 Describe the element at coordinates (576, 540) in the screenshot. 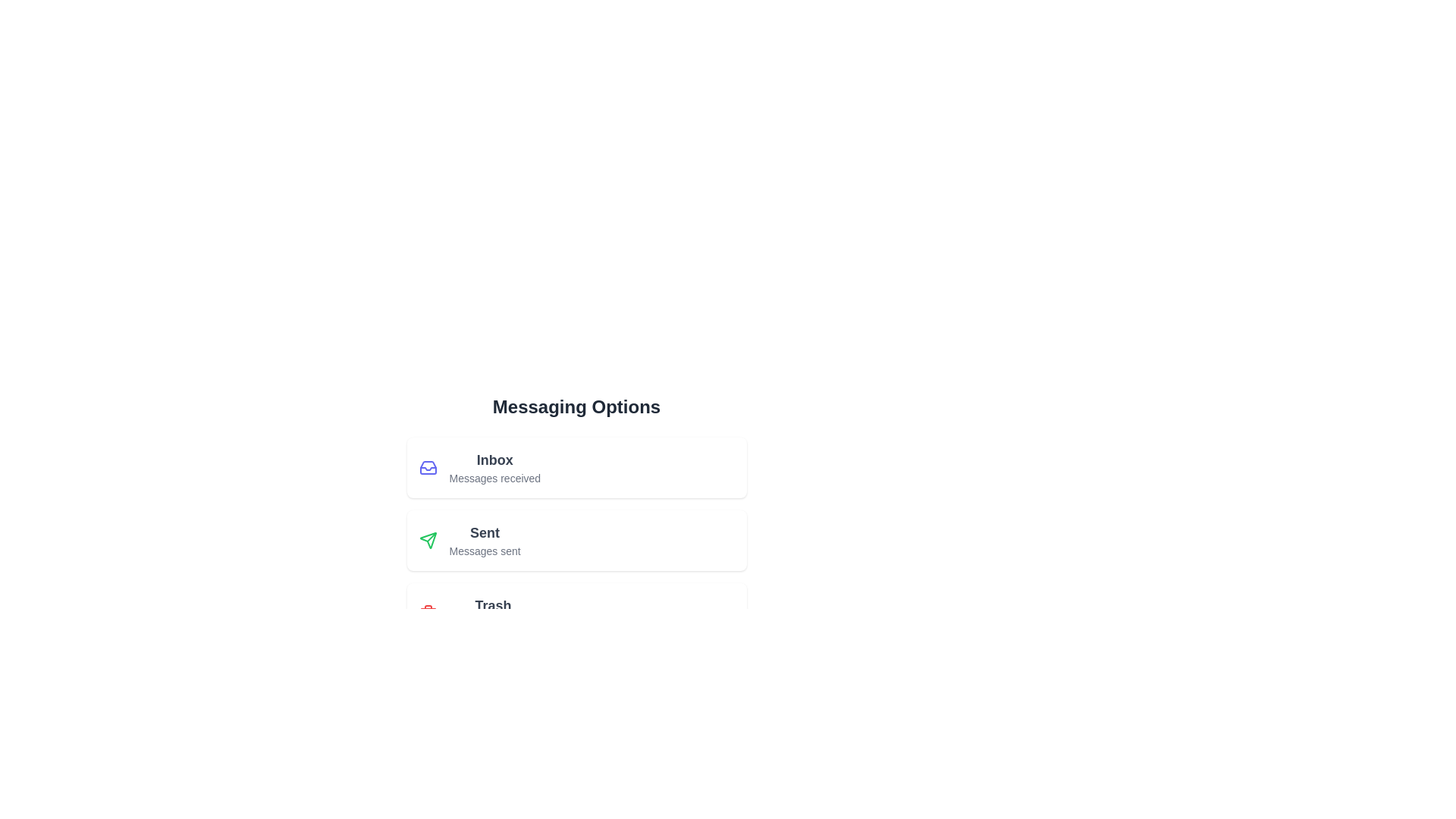

I see `the menu item labeled Sent to observe its hover effect` at that location.